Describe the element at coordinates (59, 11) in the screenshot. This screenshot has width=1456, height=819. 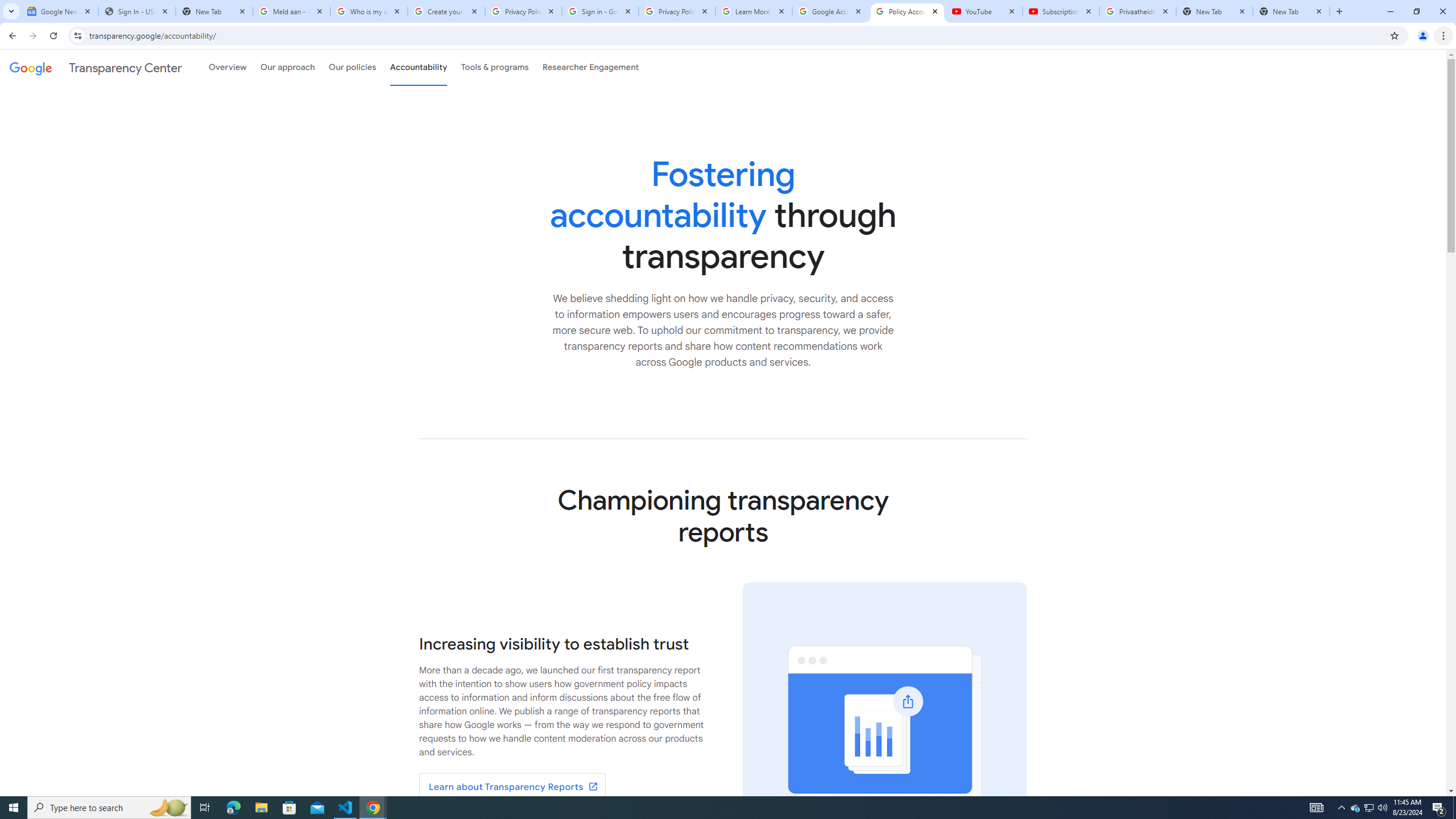
I see `'Google News'` at that location.